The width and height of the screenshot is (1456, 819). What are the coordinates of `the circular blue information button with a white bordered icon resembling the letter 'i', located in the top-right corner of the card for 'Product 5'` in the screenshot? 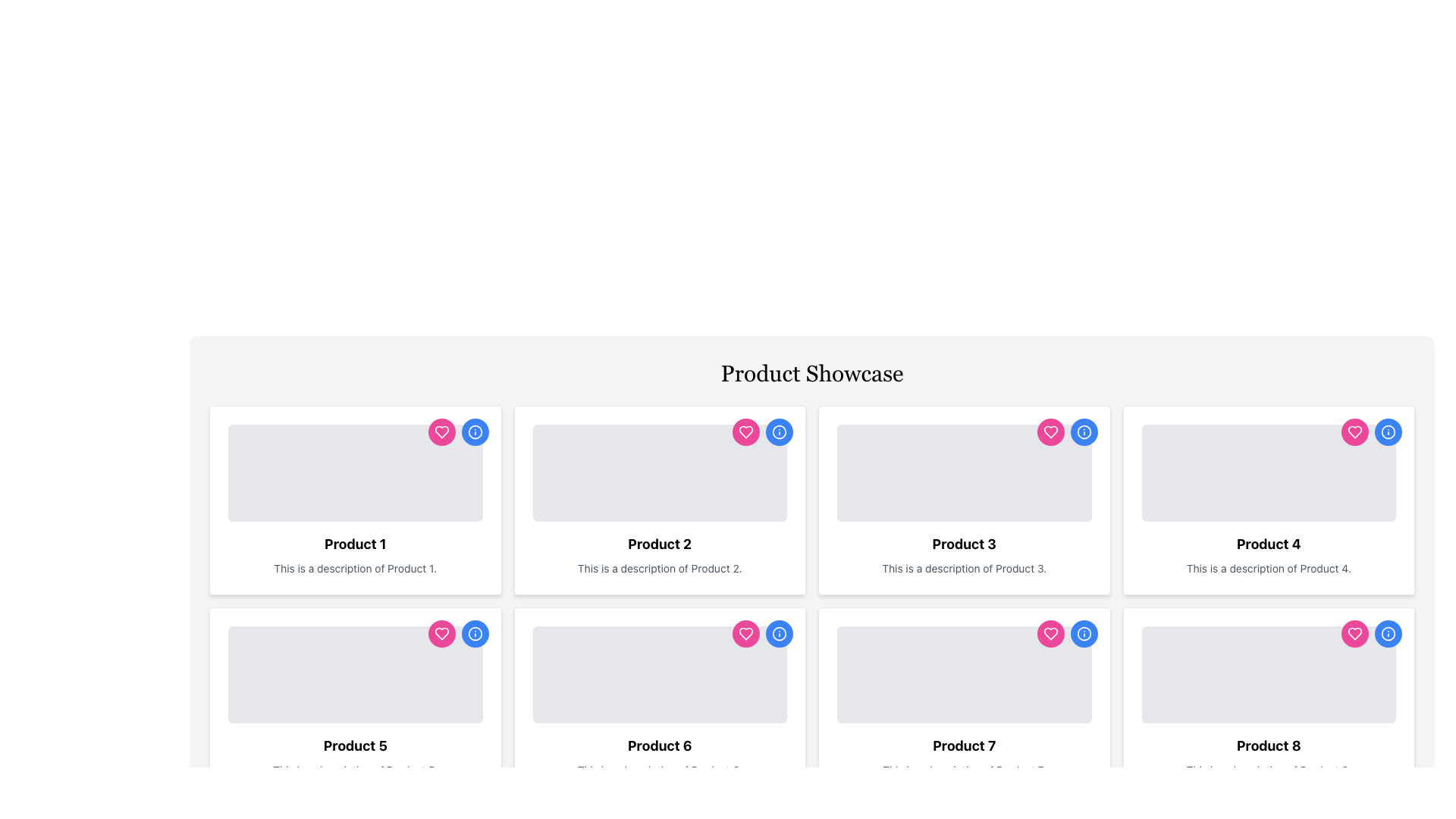 It's located at (474, 634).